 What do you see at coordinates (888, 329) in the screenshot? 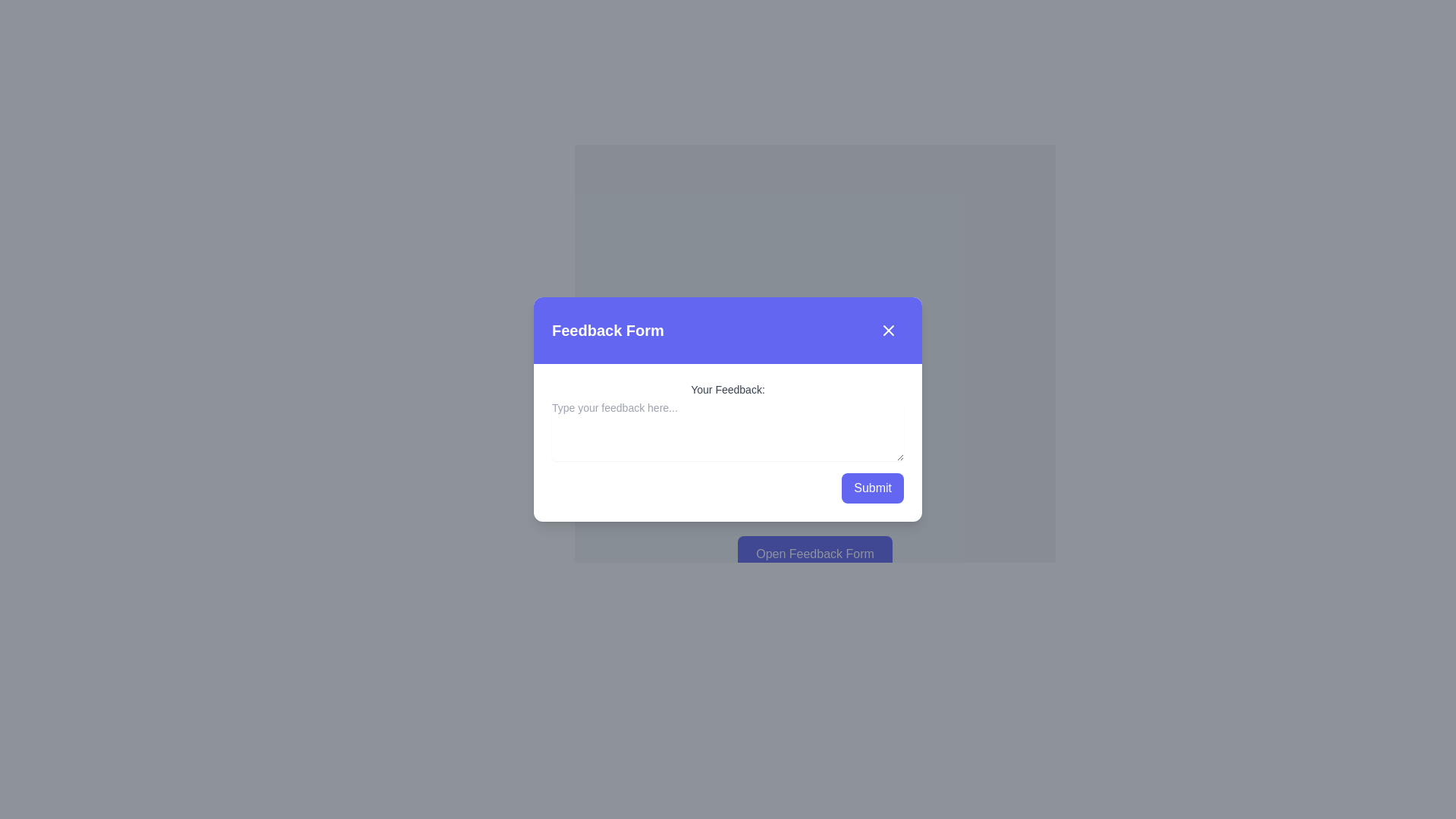
I see `the close button located at the top-right corner of the 'Feedback Form' dialog` at bounding box center [888, 329].